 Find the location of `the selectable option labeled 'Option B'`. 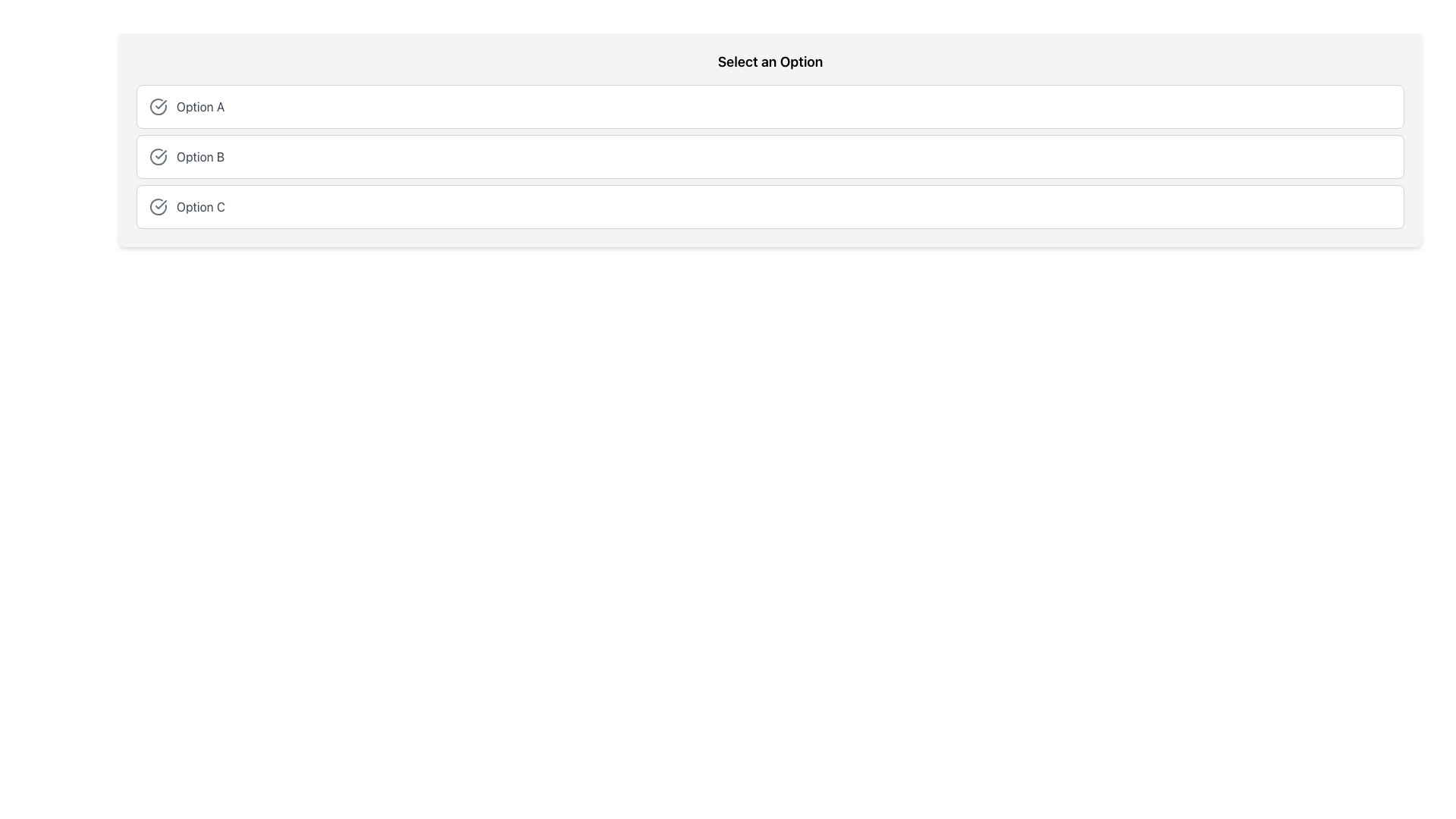

the selectable option labeled 'Option B' is located at coordinates (770, 157).